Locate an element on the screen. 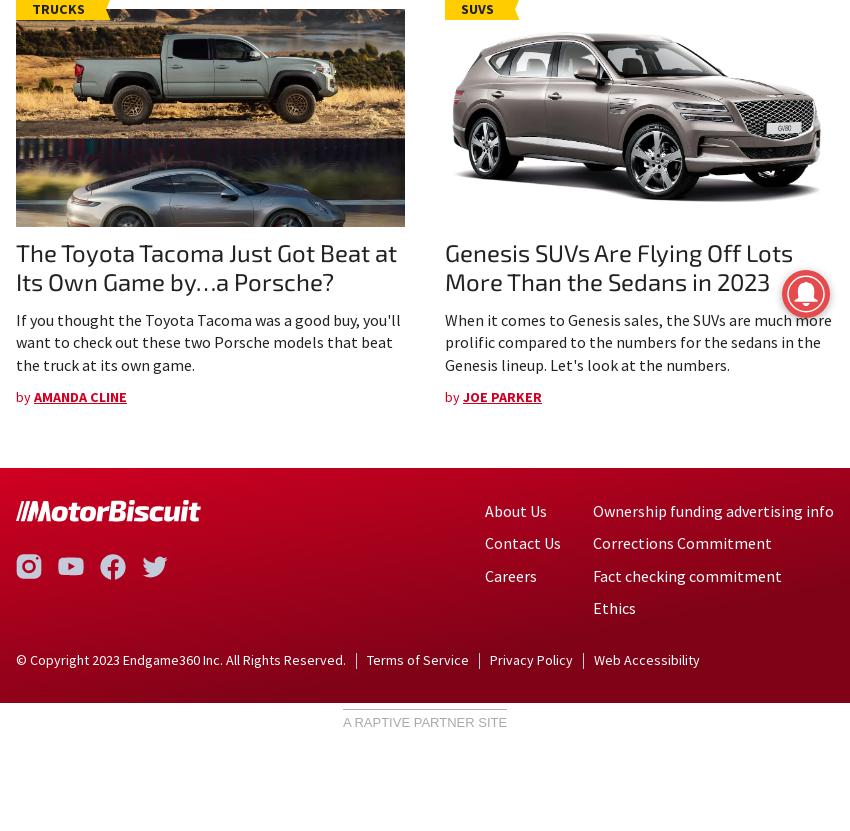  'A Raptive Partner Site' is located at coordinates (424, 721).